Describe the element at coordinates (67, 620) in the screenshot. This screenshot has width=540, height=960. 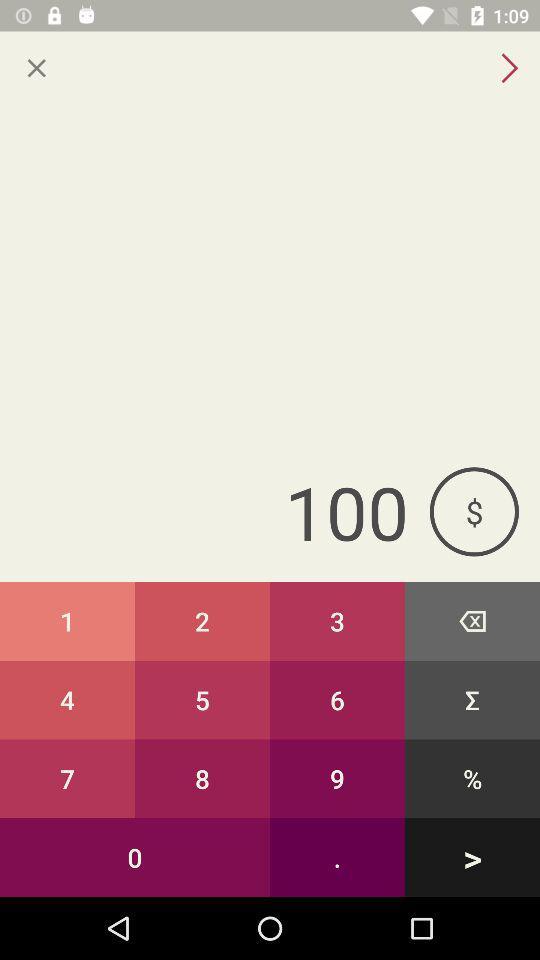
I see `the button next to 2 button` at that location.